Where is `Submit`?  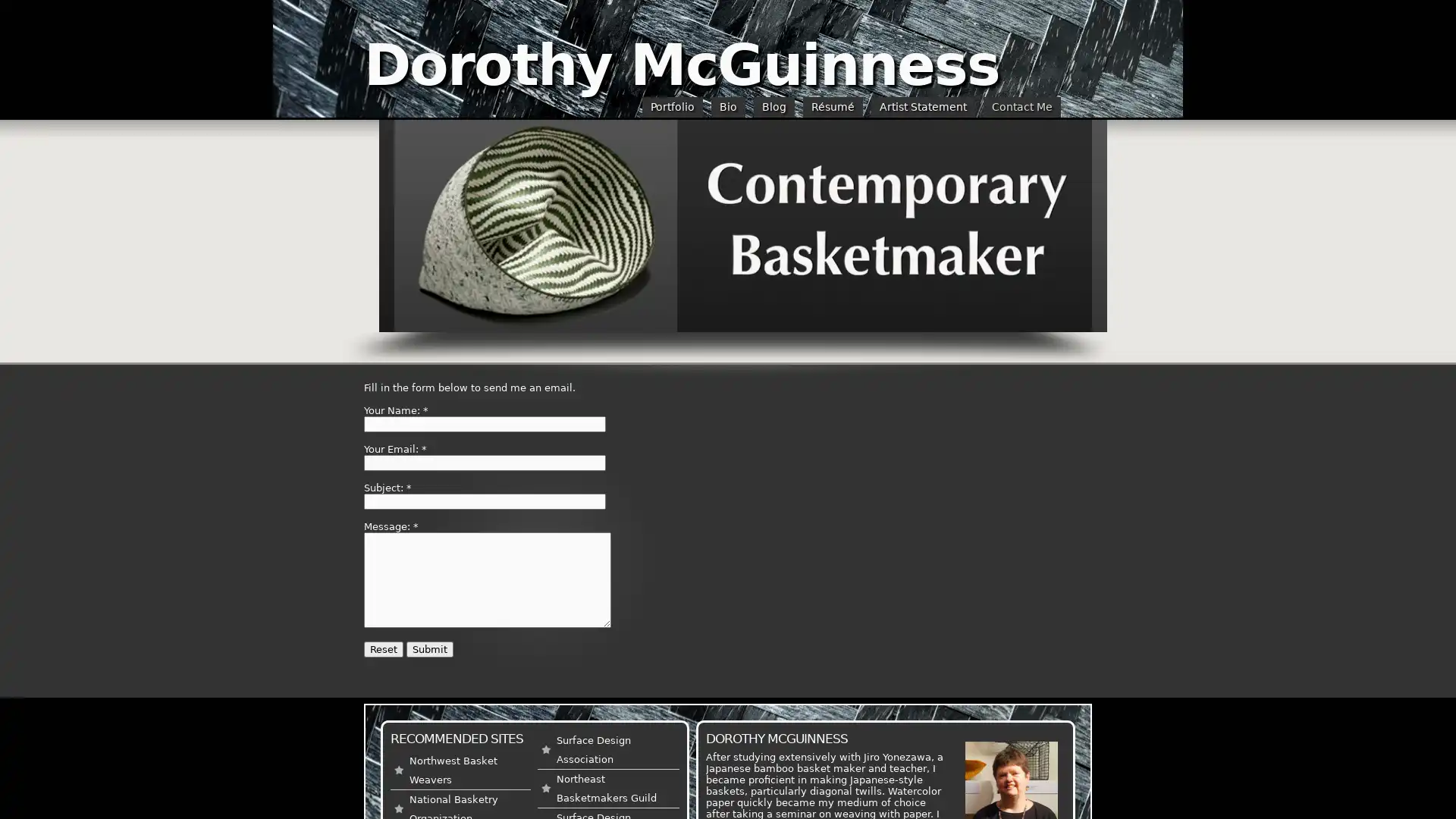 Submit is located at coordinates (428, 648).